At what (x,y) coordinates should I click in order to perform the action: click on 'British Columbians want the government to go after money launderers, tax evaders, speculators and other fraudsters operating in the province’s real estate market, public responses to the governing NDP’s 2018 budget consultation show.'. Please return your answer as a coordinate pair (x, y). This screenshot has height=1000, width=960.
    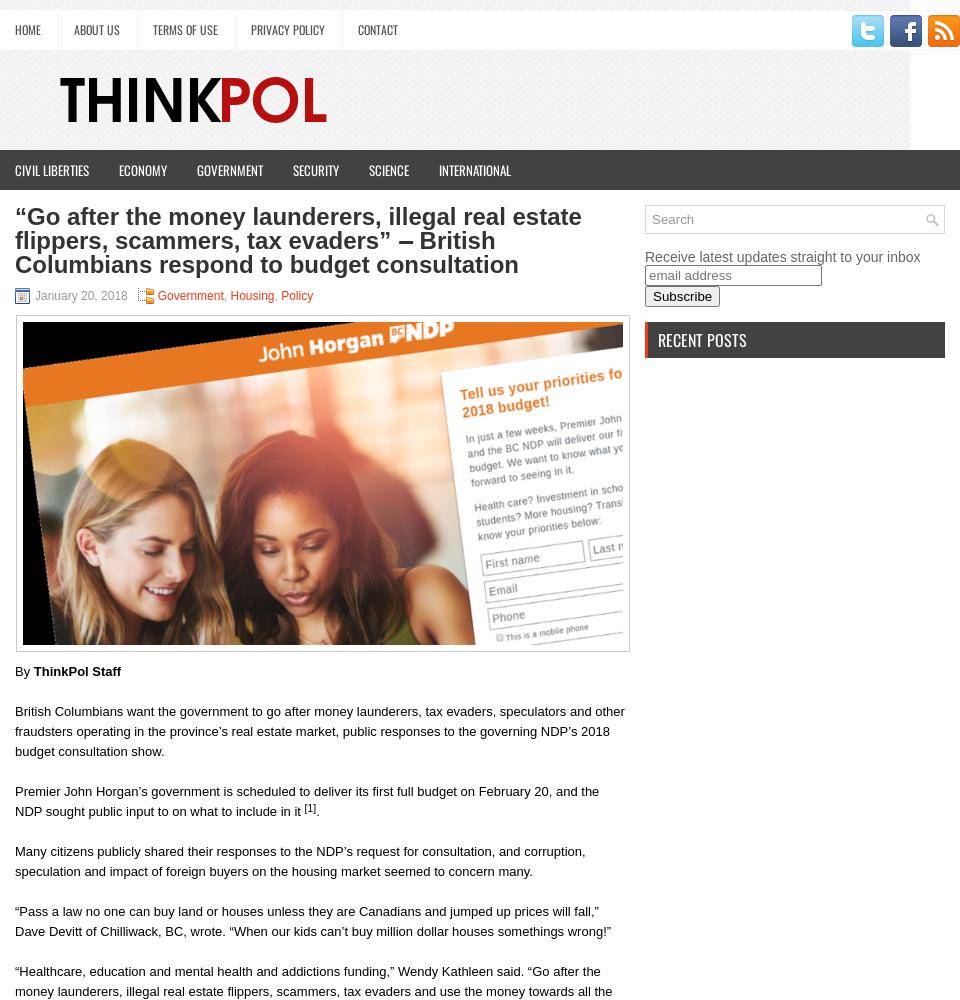
    Looking at the image, I should click on (319, 730).